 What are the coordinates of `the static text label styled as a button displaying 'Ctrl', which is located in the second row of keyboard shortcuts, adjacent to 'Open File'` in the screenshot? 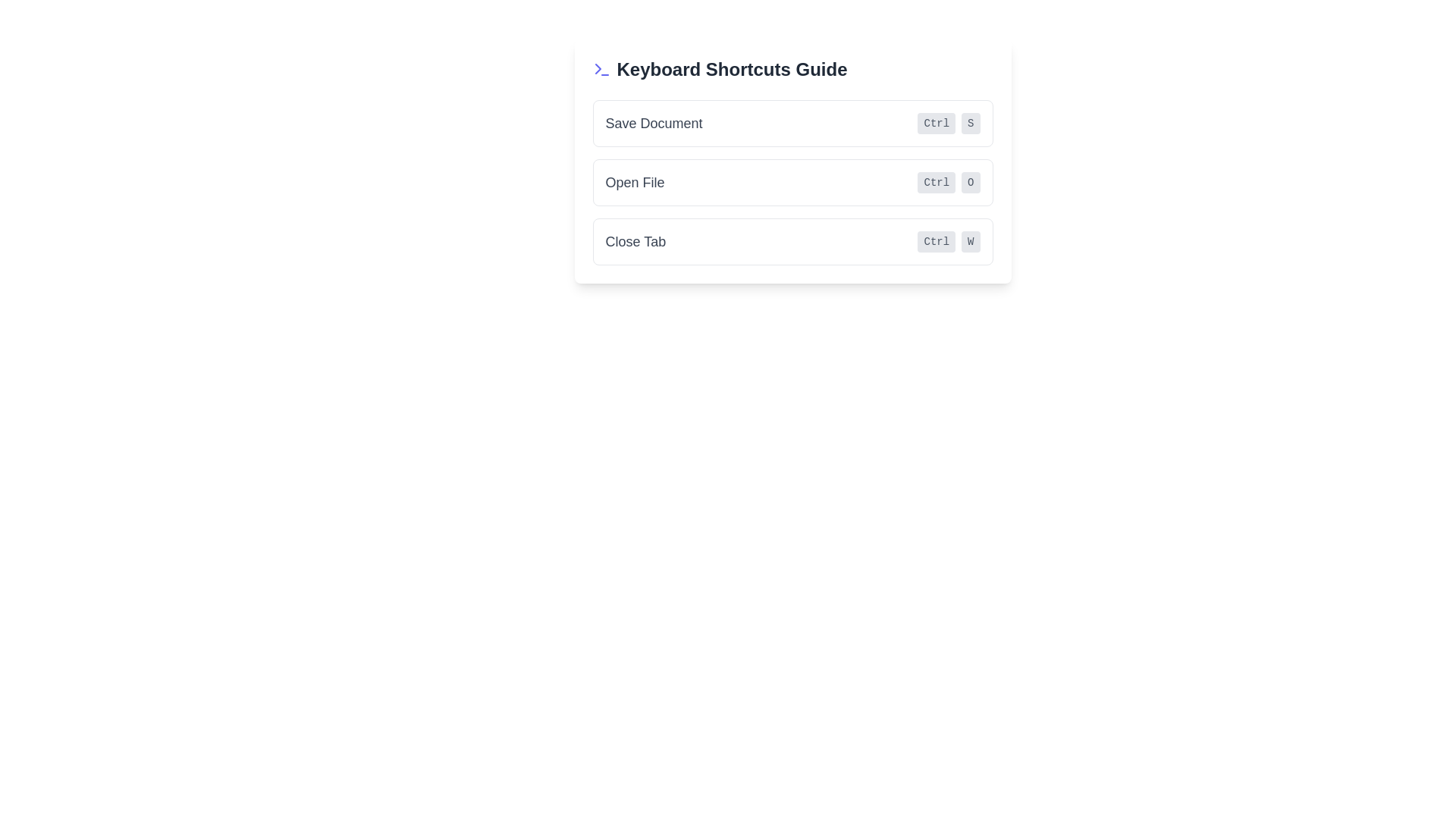 It's located at (936, 181).